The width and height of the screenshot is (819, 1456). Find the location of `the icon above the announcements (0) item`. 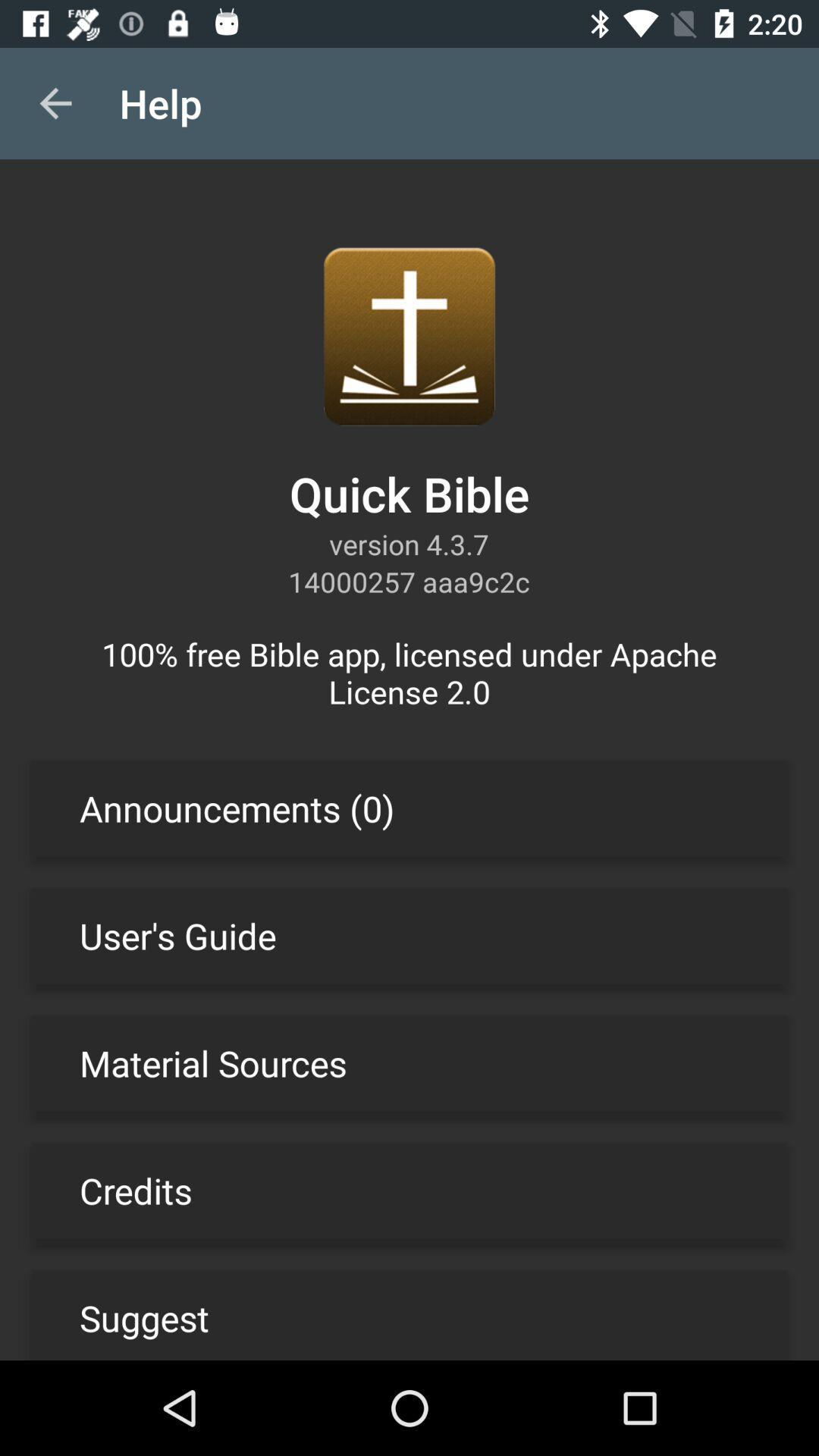

the icon above the announcements (0) item is located at coordinates (409, 672).